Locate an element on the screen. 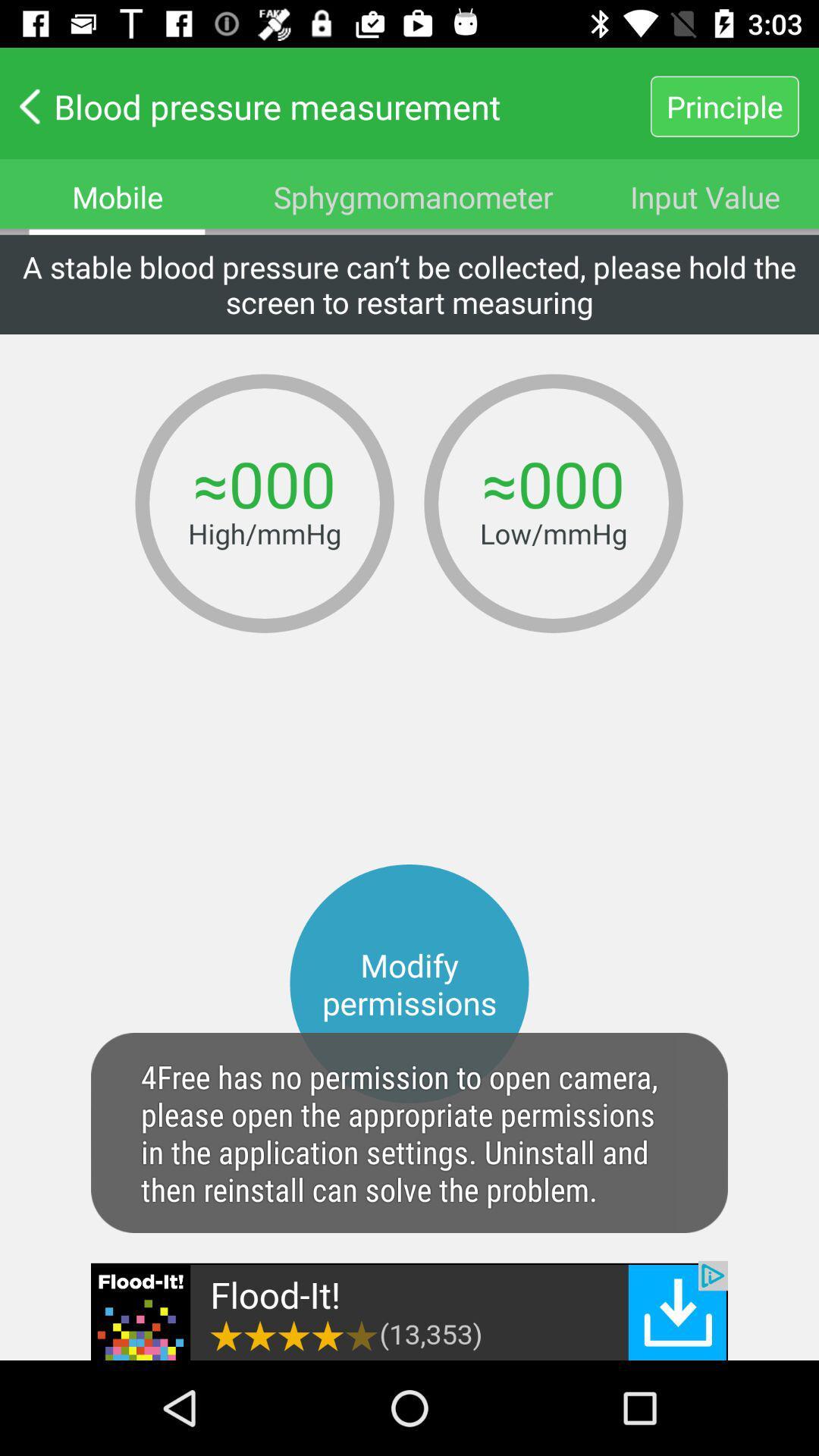  input value is located at coordinates (705, 196).